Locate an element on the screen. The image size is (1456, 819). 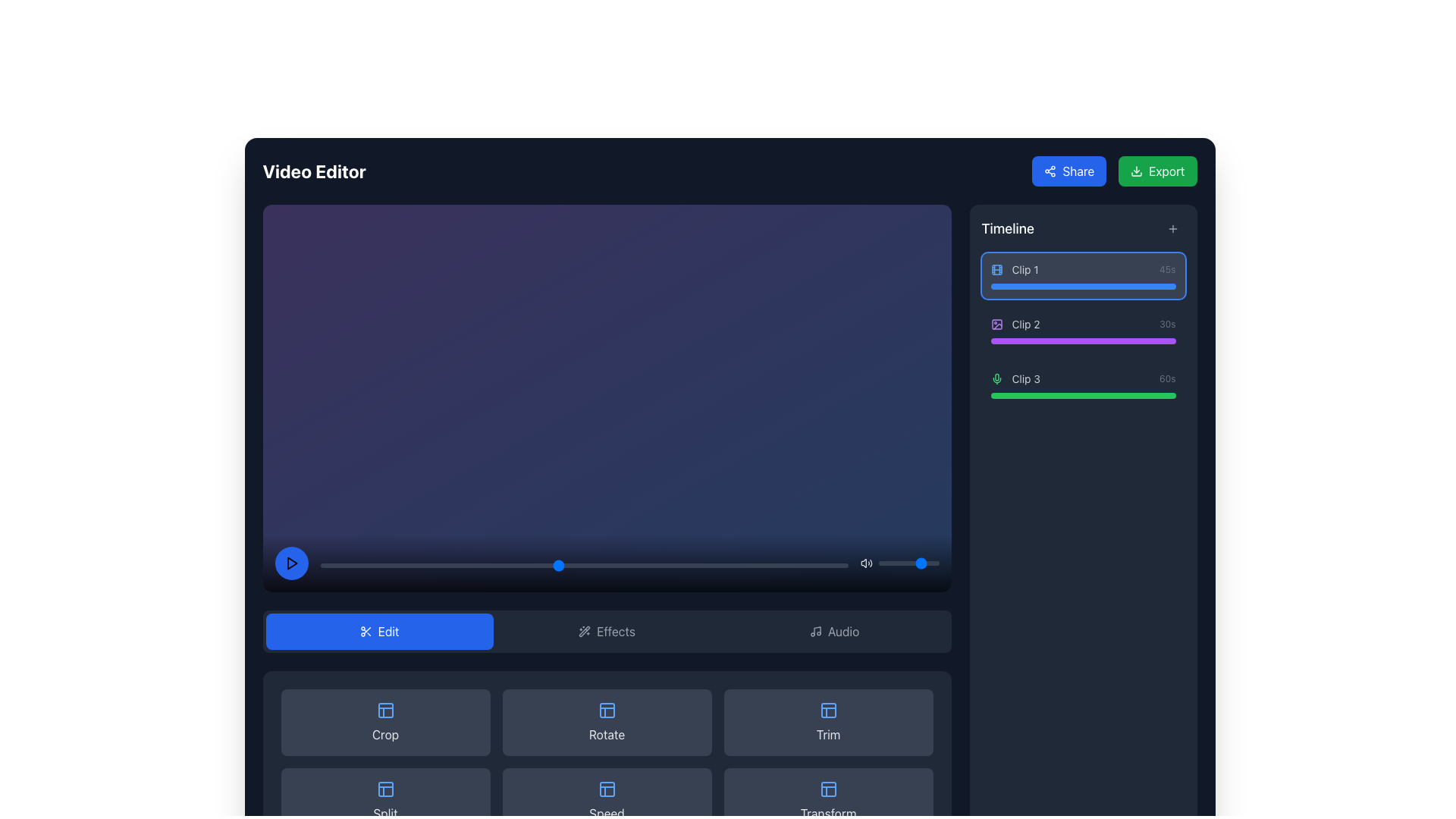
text content of the small light gray text label displaying 'Clip 2' located in the timeline section is located at coordinates (1026, 324).